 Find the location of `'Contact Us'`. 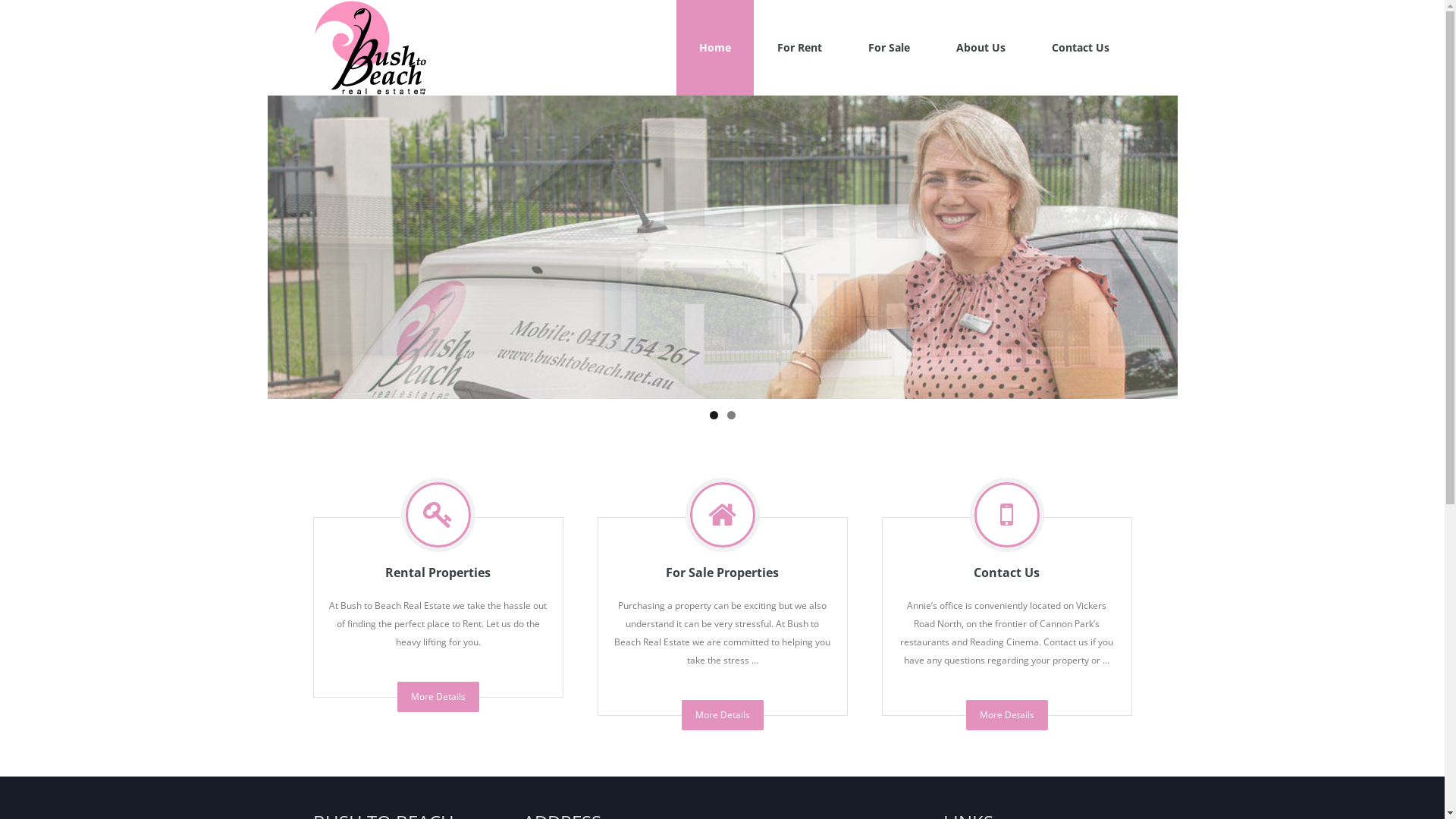

'Contact Us' is located at coordinates (1079, 46).